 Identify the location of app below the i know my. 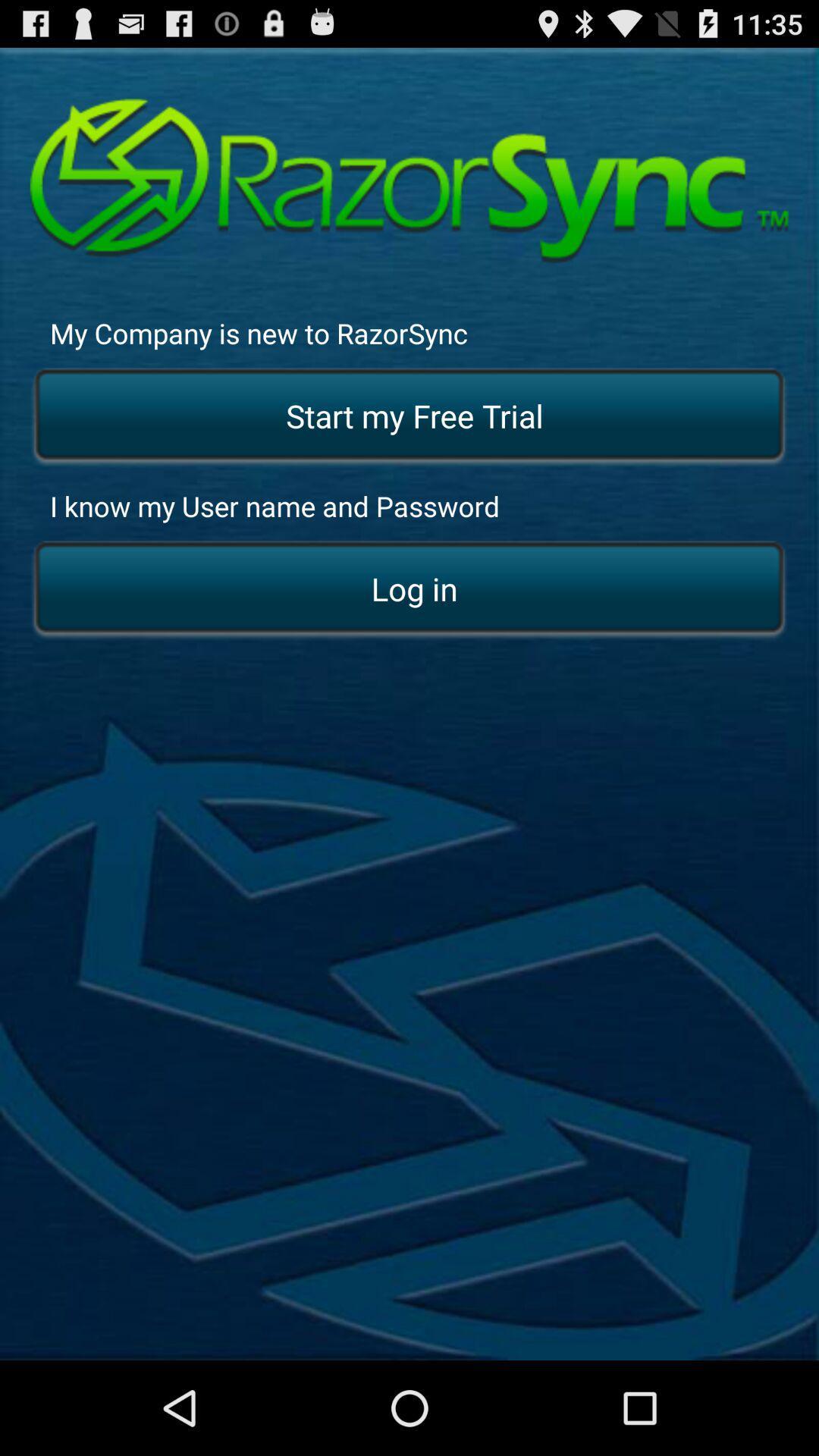
(409, 589).